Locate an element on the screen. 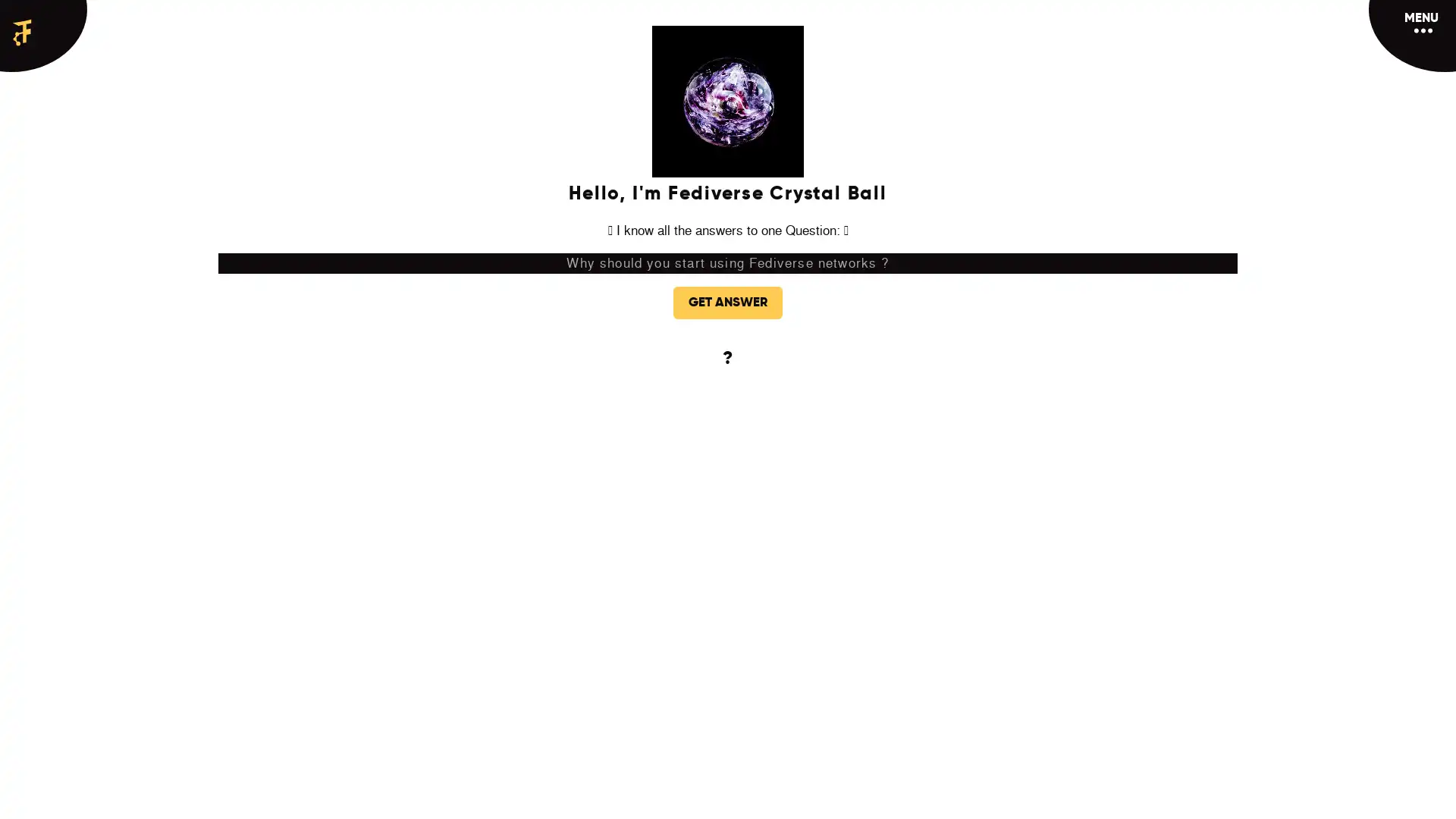  GET ANSWER is located at coordinates (728, 302).